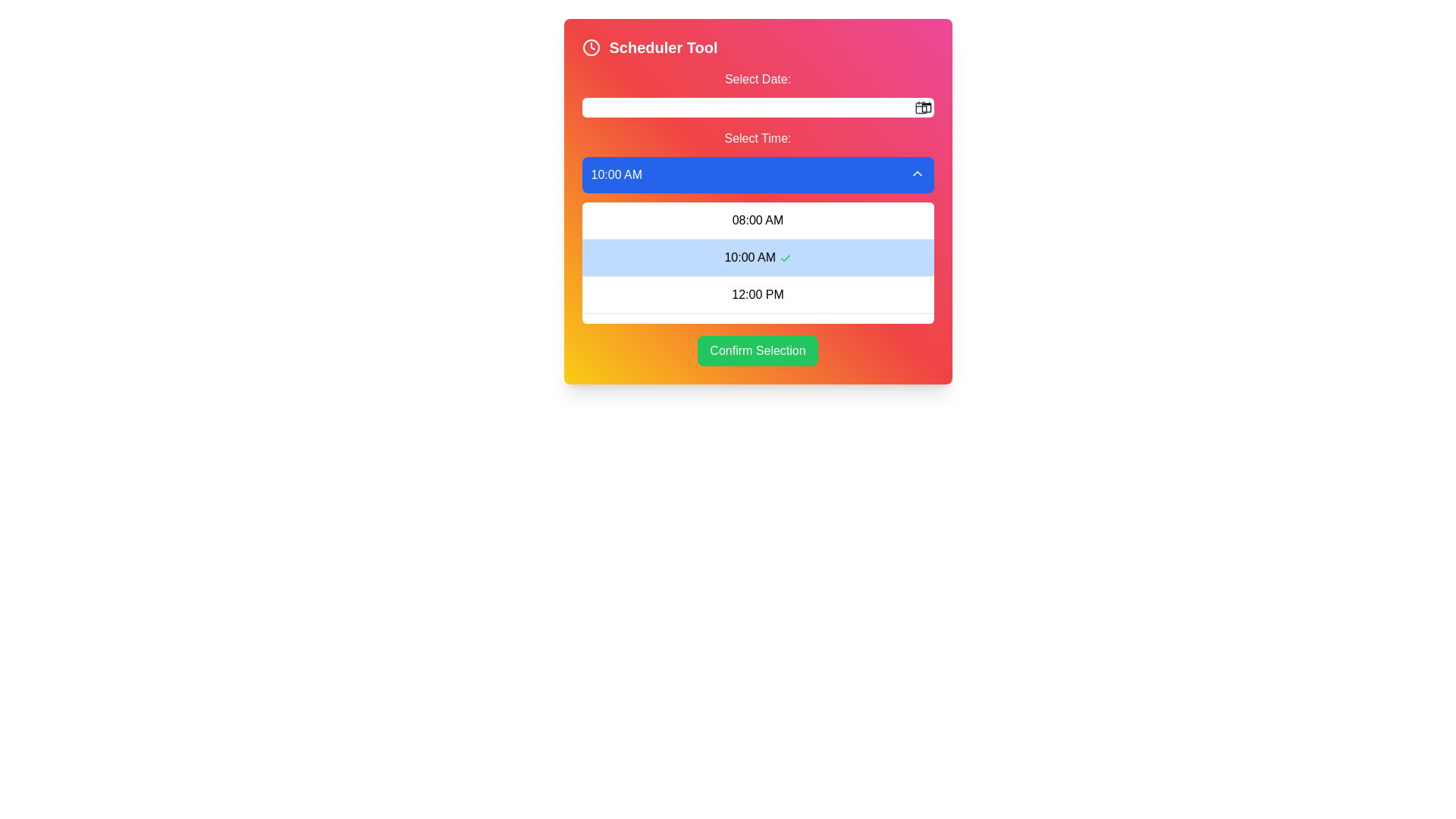 Image resolution: width=1456 pixels, height=819 pixels. What do you see at coordinates (617, 174) in the screenshot?
I see `the static text label displaying '10:00 AM', which indicates the currently selected time option in the time selection dropdown, located to the left of the dropdown arrow icon` at bounding box center [617, 174].